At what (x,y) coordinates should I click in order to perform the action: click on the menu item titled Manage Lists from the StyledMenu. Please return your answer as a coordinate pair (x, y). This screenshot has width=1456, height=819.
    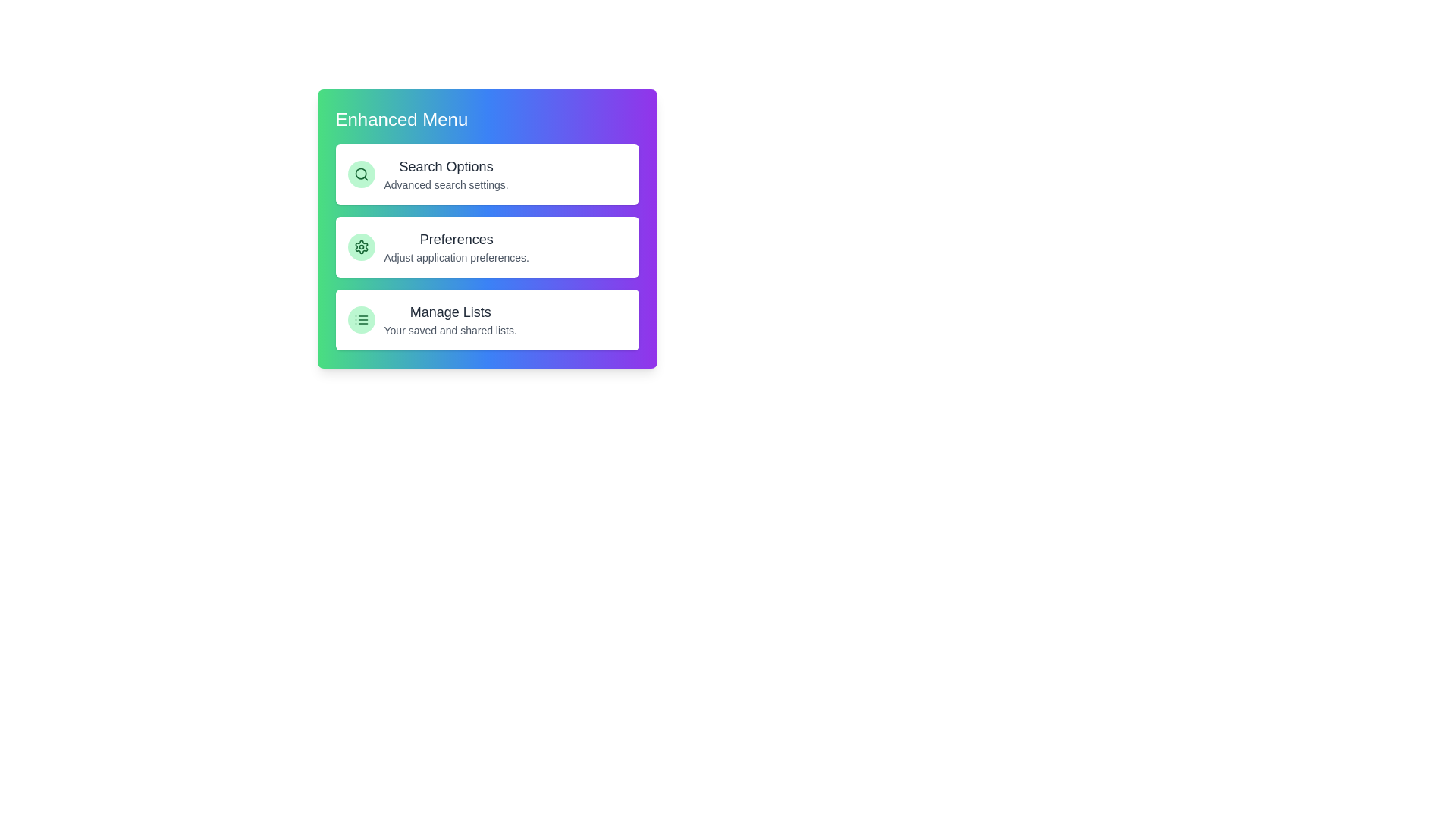
    Looking at the image, I should click on (487, 318).